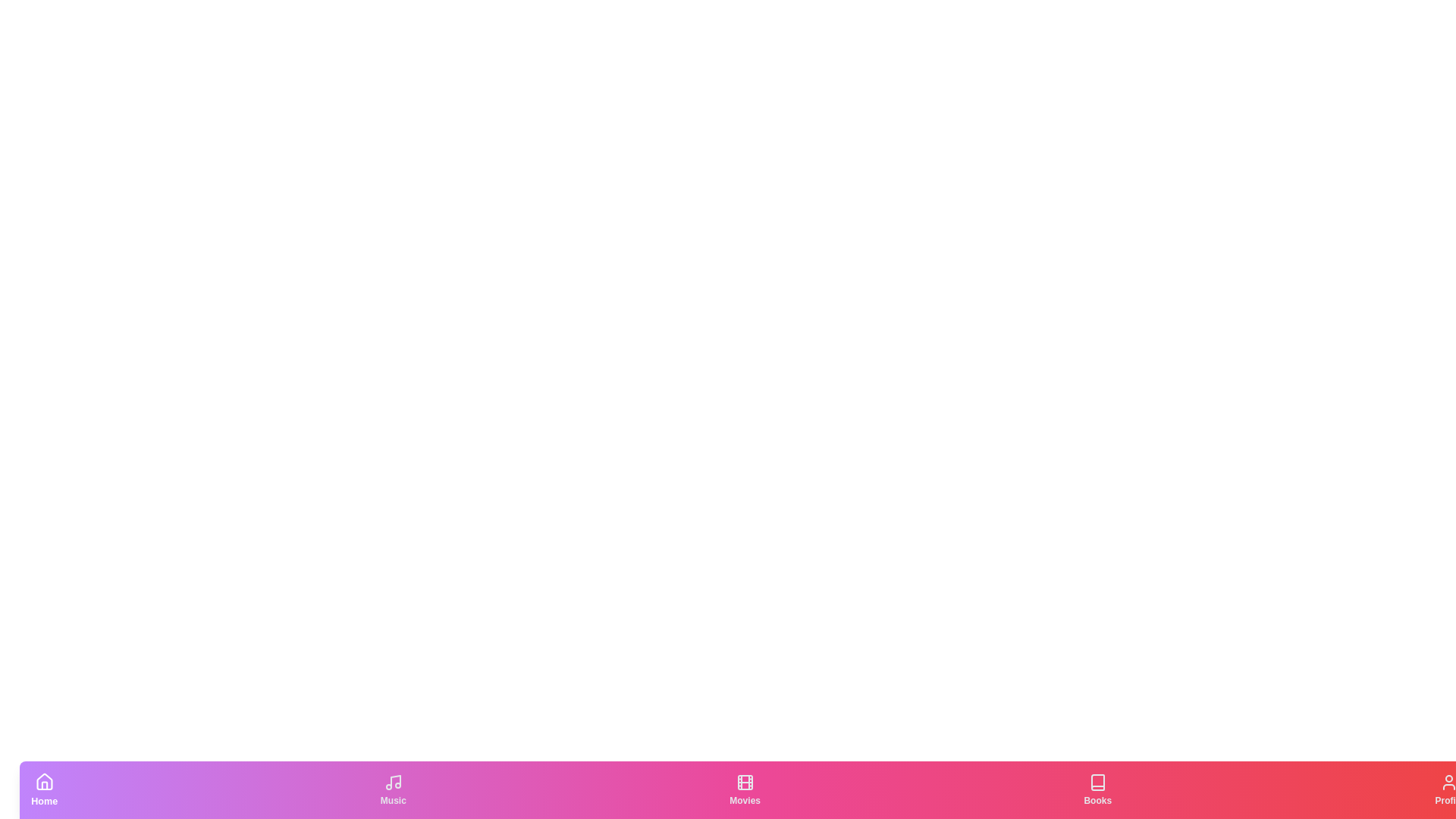 The width and height of the screenshot is (1456, 819). Describe the element at coordinates (43, 789) in the screenshot. I see `the Home tab` at that location.